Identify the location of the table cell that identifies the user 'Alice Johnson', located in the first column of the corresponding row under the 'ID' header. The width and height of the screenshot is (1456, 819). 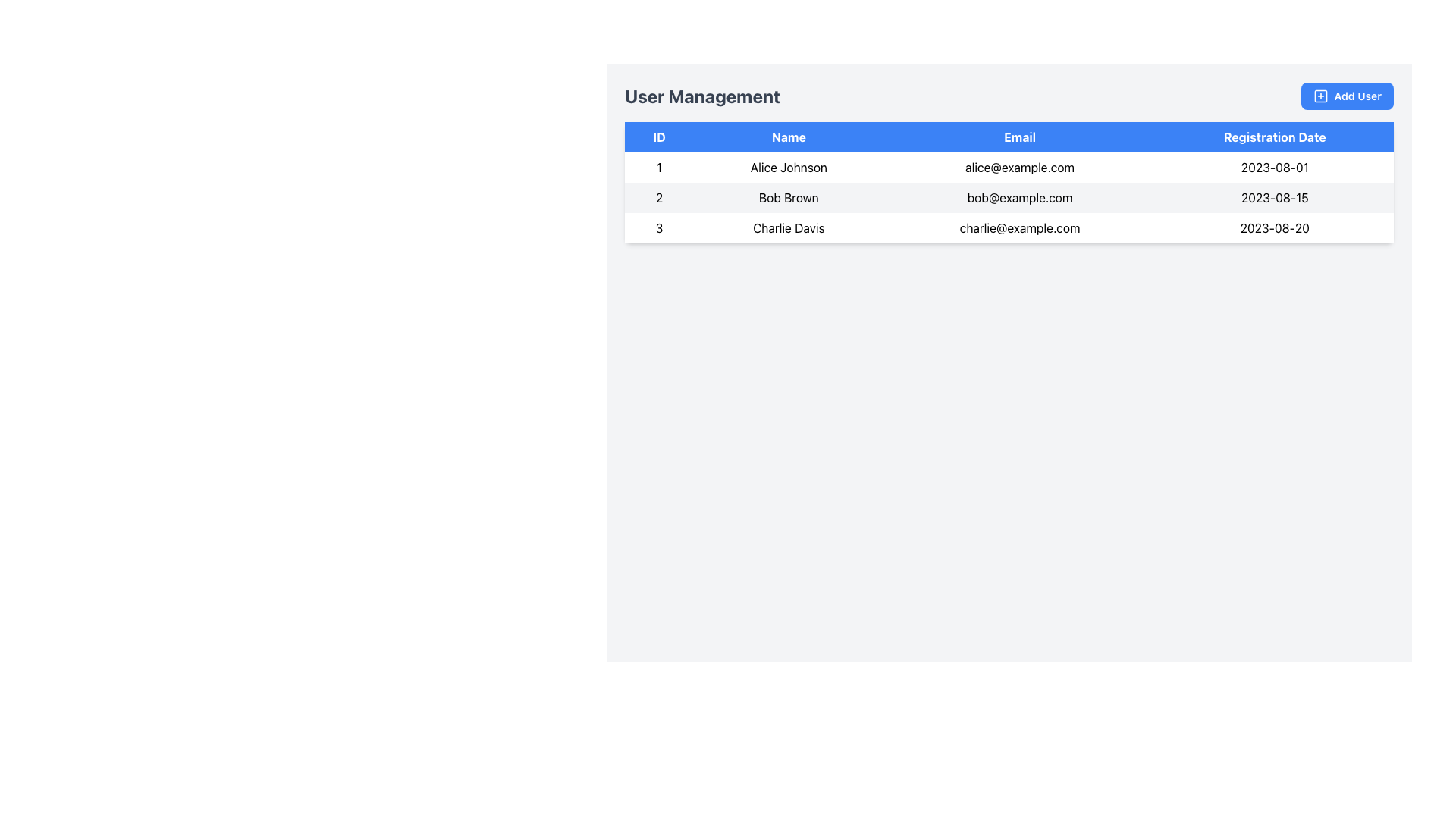
(659, 167).